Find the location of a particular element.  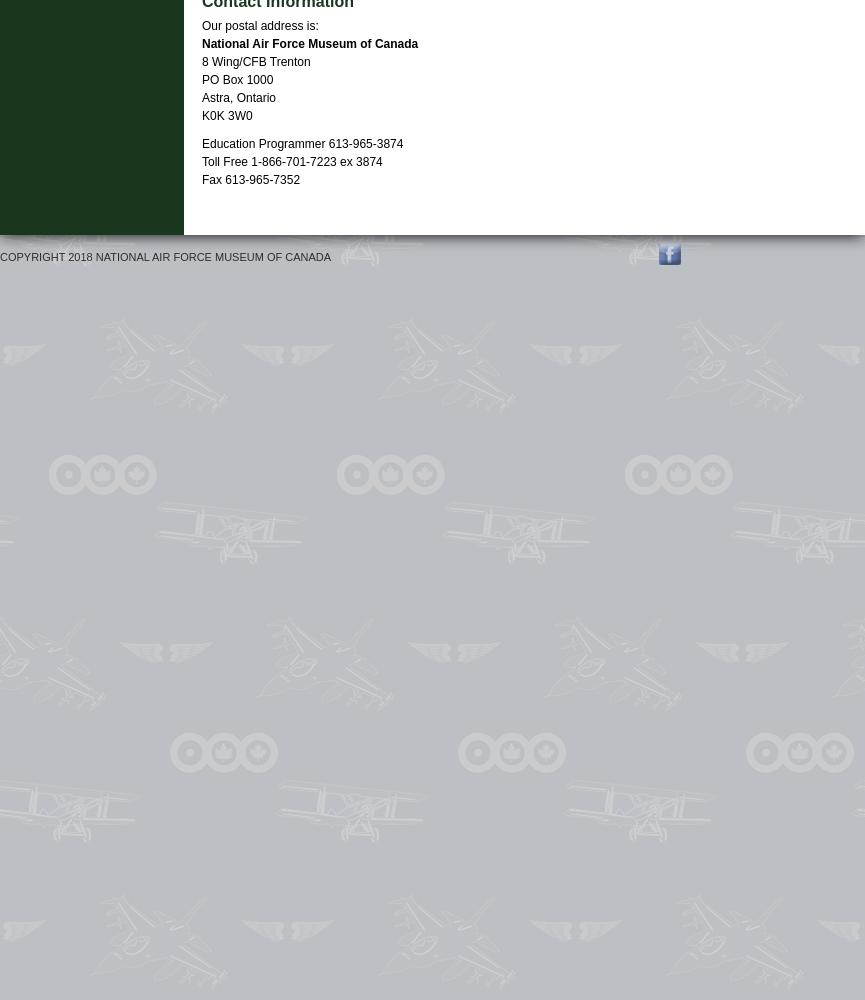

'Our postal address is:' is located at coordinates (259, 26).